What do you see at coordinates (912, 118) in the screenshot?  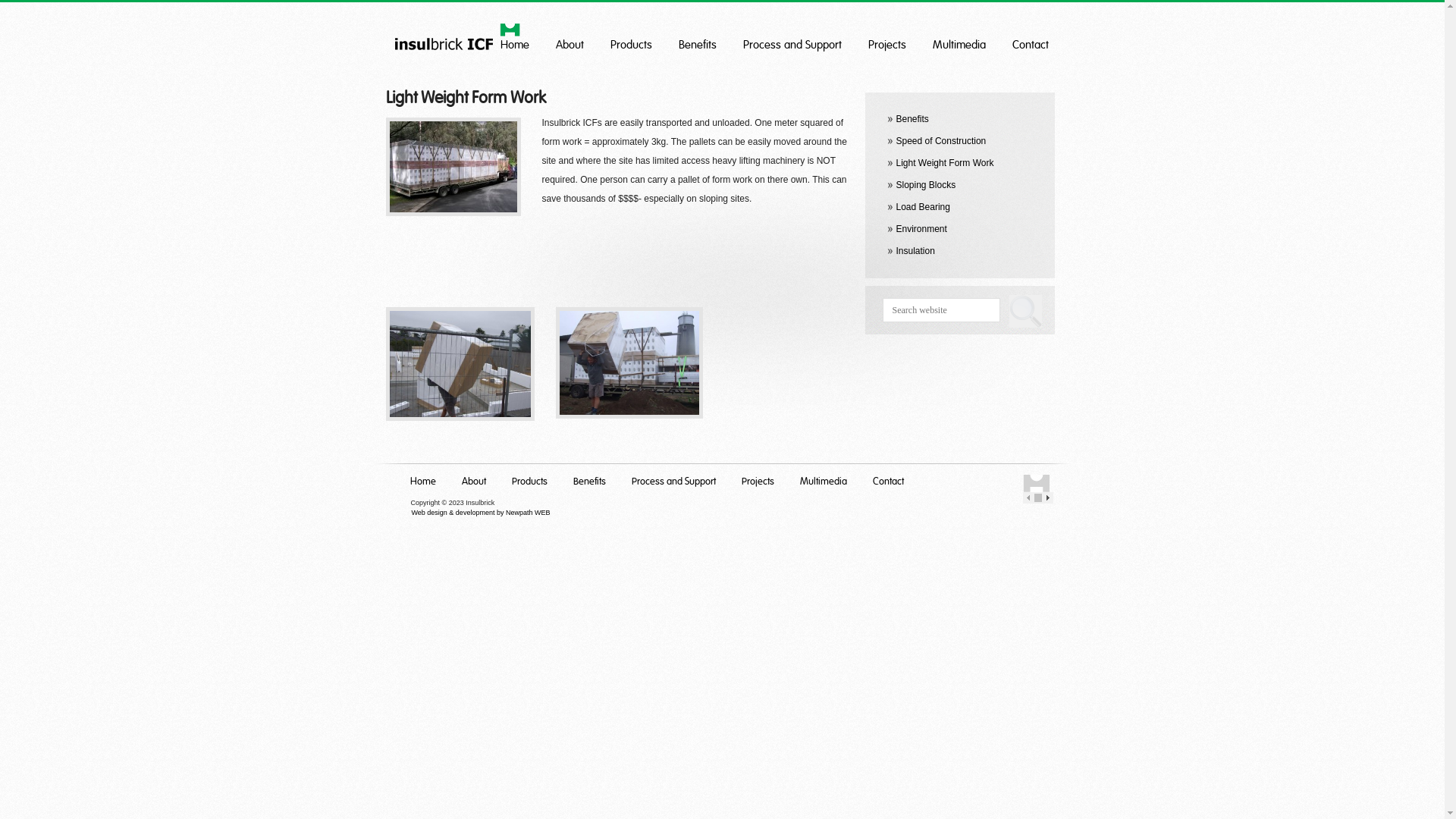 I see `'Benefits'` at bounding box center [912, 118].